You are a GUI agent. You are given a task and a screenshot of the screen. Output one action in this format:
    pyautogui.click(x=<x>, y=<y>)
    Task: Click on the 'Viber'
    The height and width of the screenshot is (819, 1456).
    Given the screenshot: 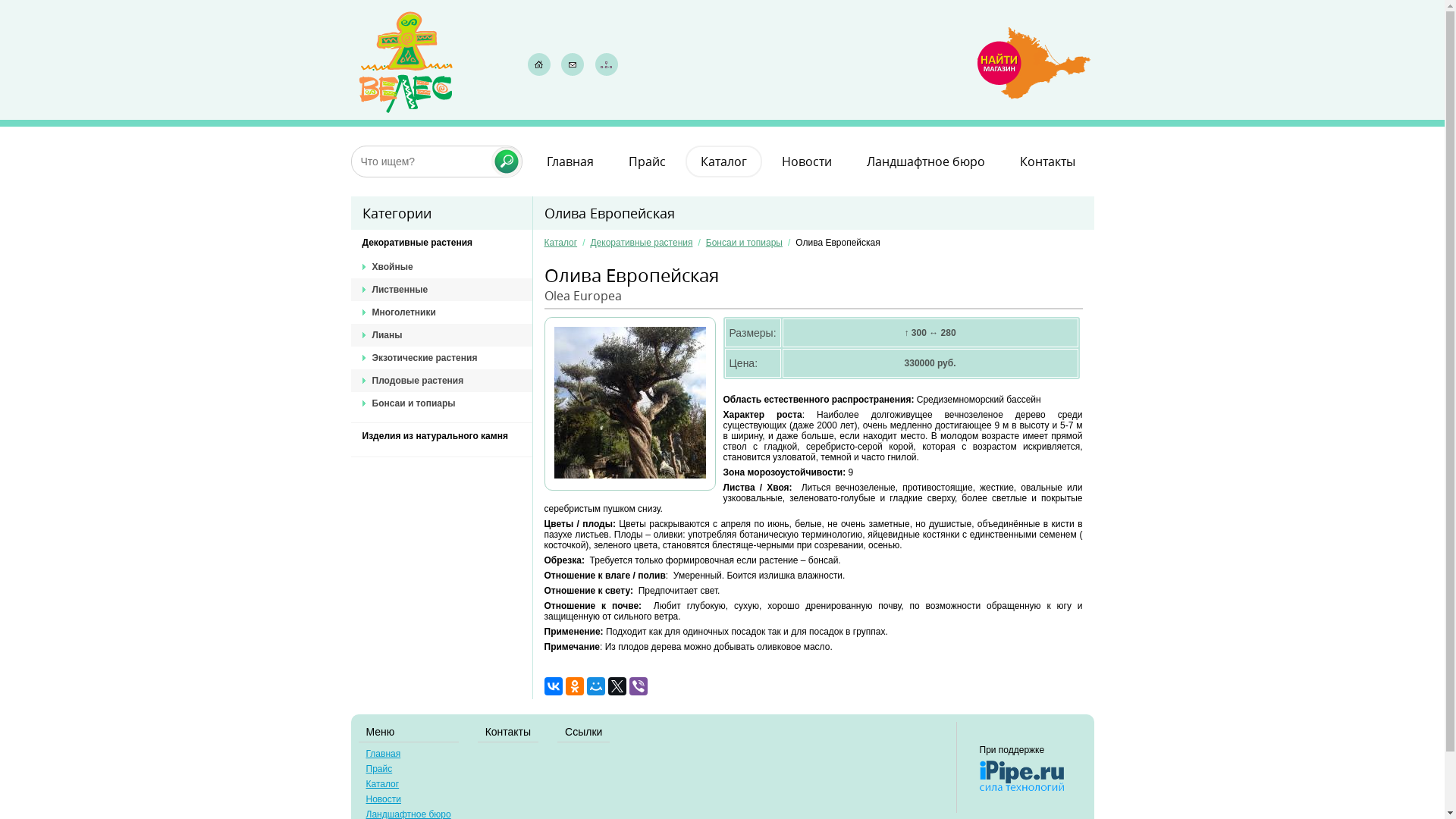 What is the action you would take?
    pyautogui.click(x=638, y=686)
    